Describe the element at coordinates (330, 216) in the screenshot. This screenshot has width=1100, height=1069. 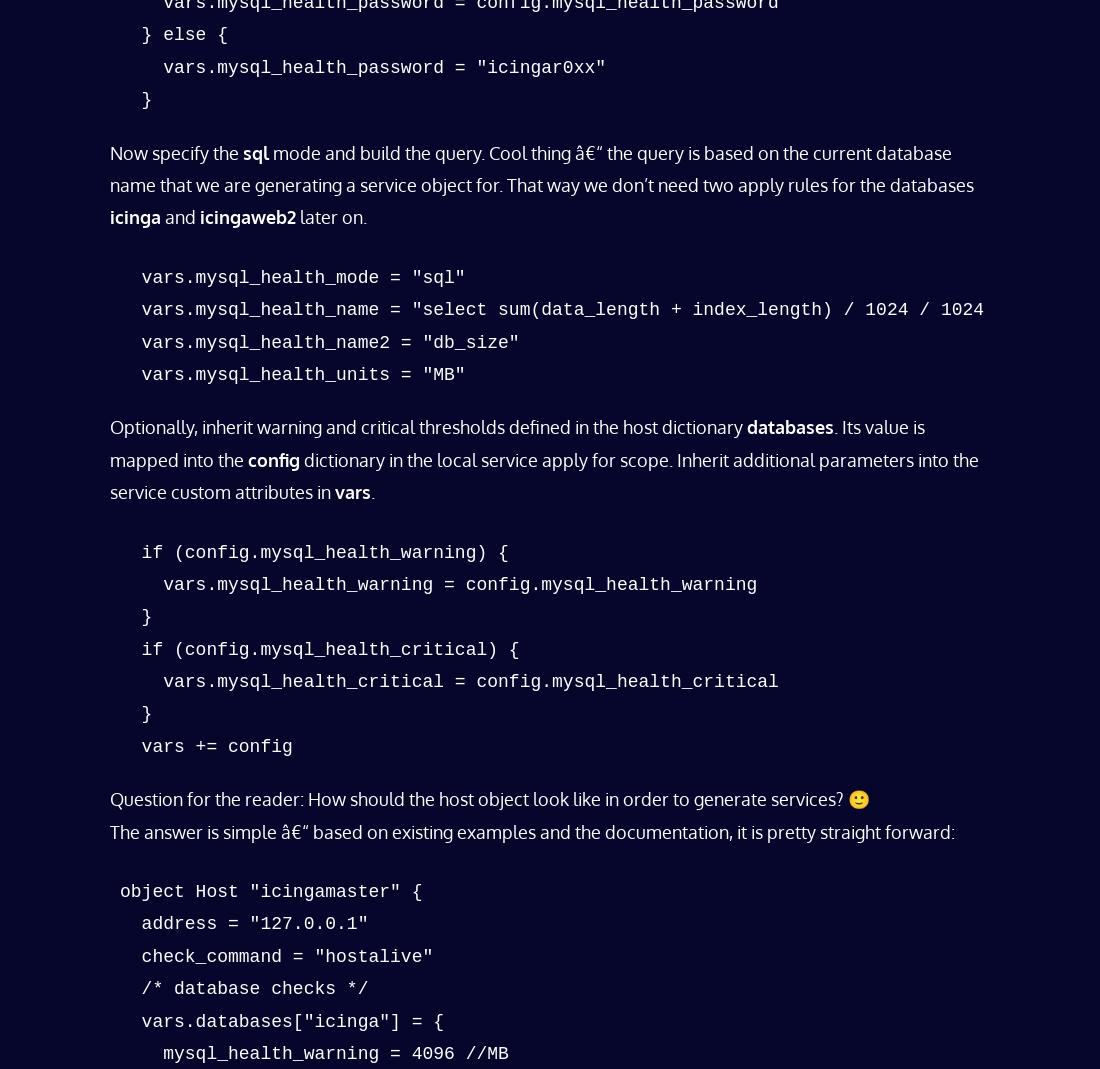
I see `'later on.'` at that location.